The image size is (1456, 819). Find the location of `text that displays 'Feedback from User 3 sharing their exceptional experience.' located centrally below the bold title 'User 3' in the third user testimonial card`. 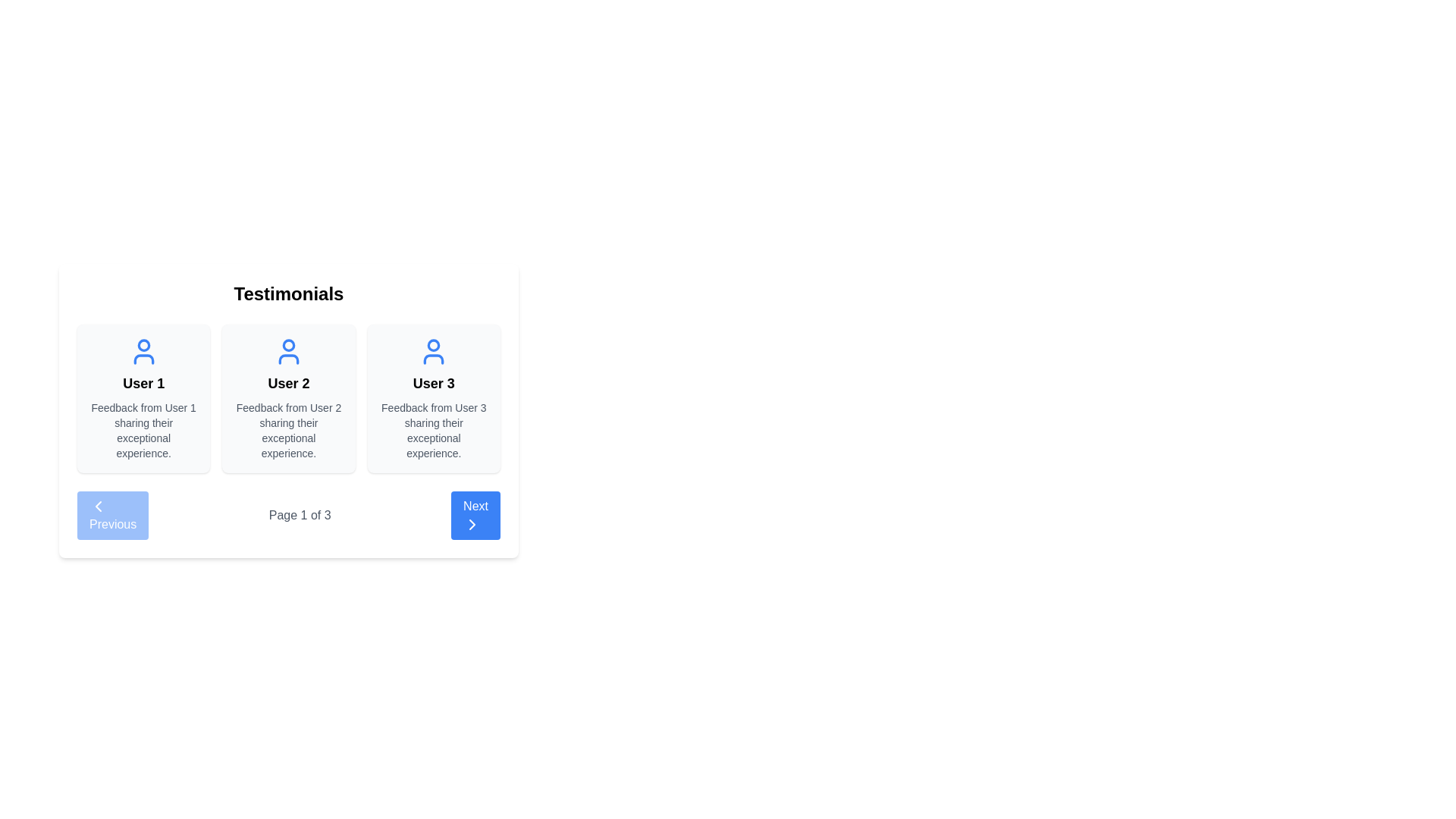

text that displays 'Feedback from User 3 sharing their exceptional experience.' located centrally below the bold title 'User 3' in the third user testimonial card is located at coordinates (433, 430).